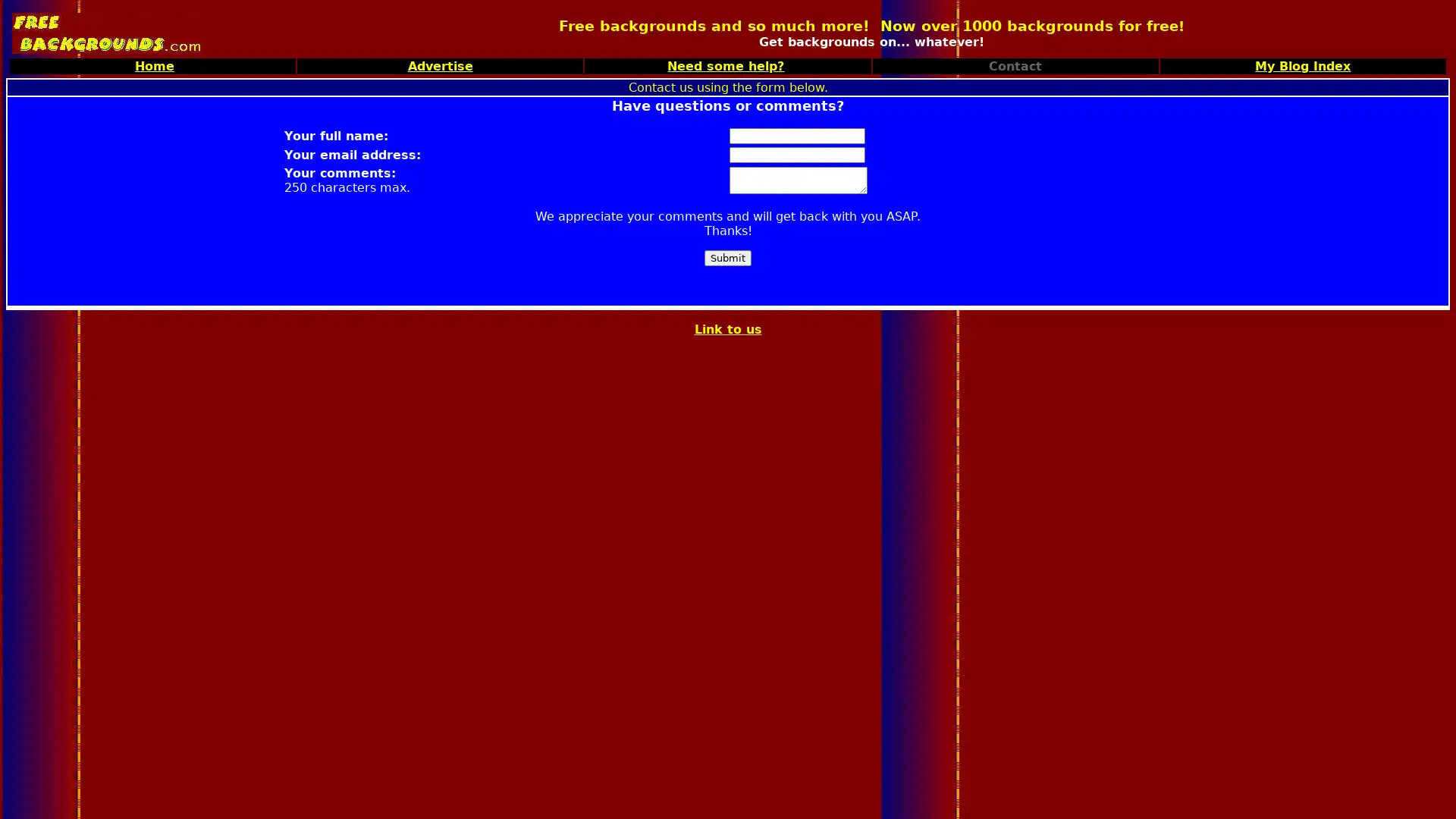 The width and height of the screenshot is (1456, 819). I want to click on Submit, so click(728, 257).